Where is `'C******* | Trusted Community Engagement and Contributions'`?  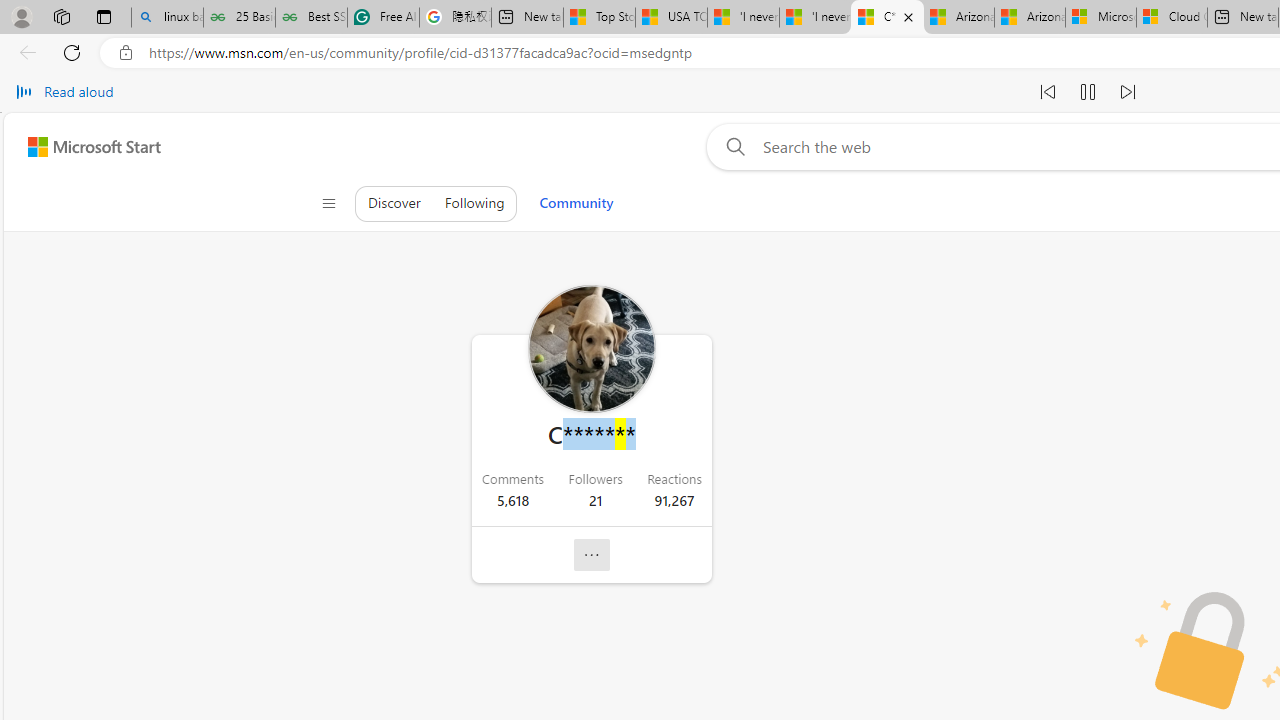 'C******* | Trusted Community Engagement and Contributions' is located at coordinates (886, 17).